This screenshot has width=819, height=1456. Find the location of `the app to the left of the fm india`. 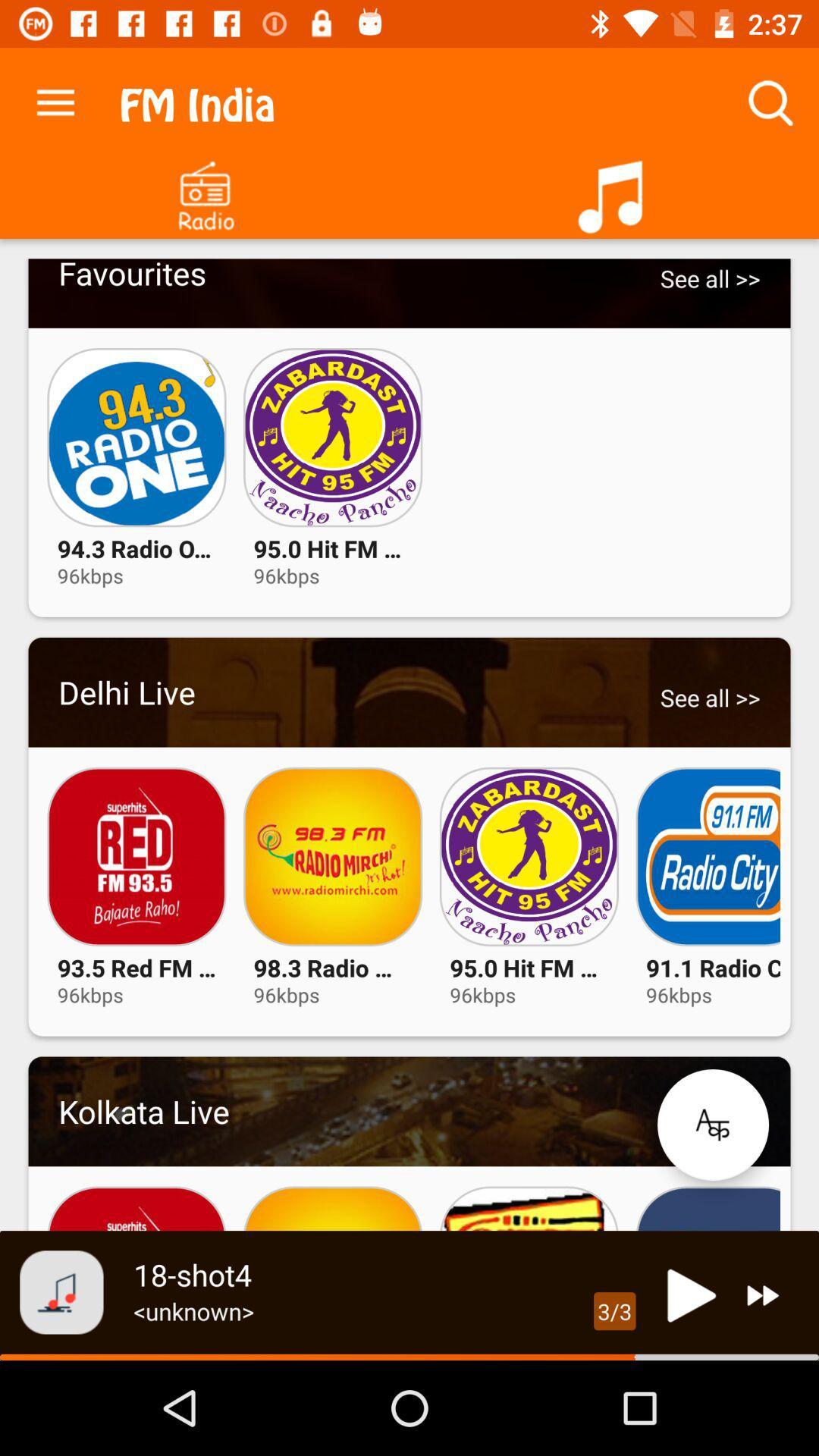

the app to the left of the fm india is located at coordinates (55, 99).